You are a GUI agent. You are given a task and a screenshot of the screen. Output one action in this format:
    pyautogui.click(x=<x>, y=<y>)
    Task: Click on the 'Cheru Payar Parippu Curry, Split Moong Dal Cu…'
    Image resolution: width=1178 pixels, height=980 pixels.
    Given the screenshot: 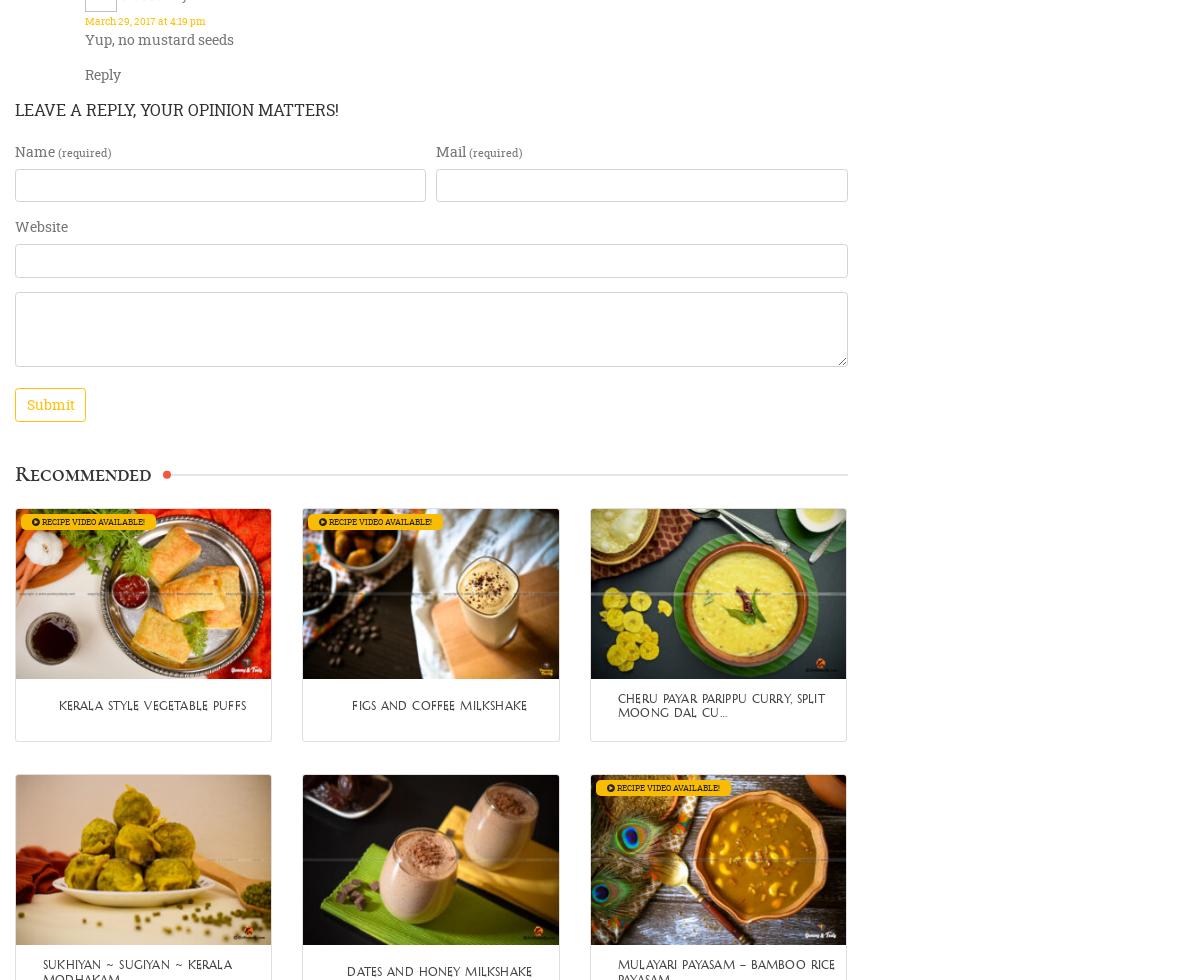 What is the action you would take?
    pyautogui.click(x=719, y=705)
    